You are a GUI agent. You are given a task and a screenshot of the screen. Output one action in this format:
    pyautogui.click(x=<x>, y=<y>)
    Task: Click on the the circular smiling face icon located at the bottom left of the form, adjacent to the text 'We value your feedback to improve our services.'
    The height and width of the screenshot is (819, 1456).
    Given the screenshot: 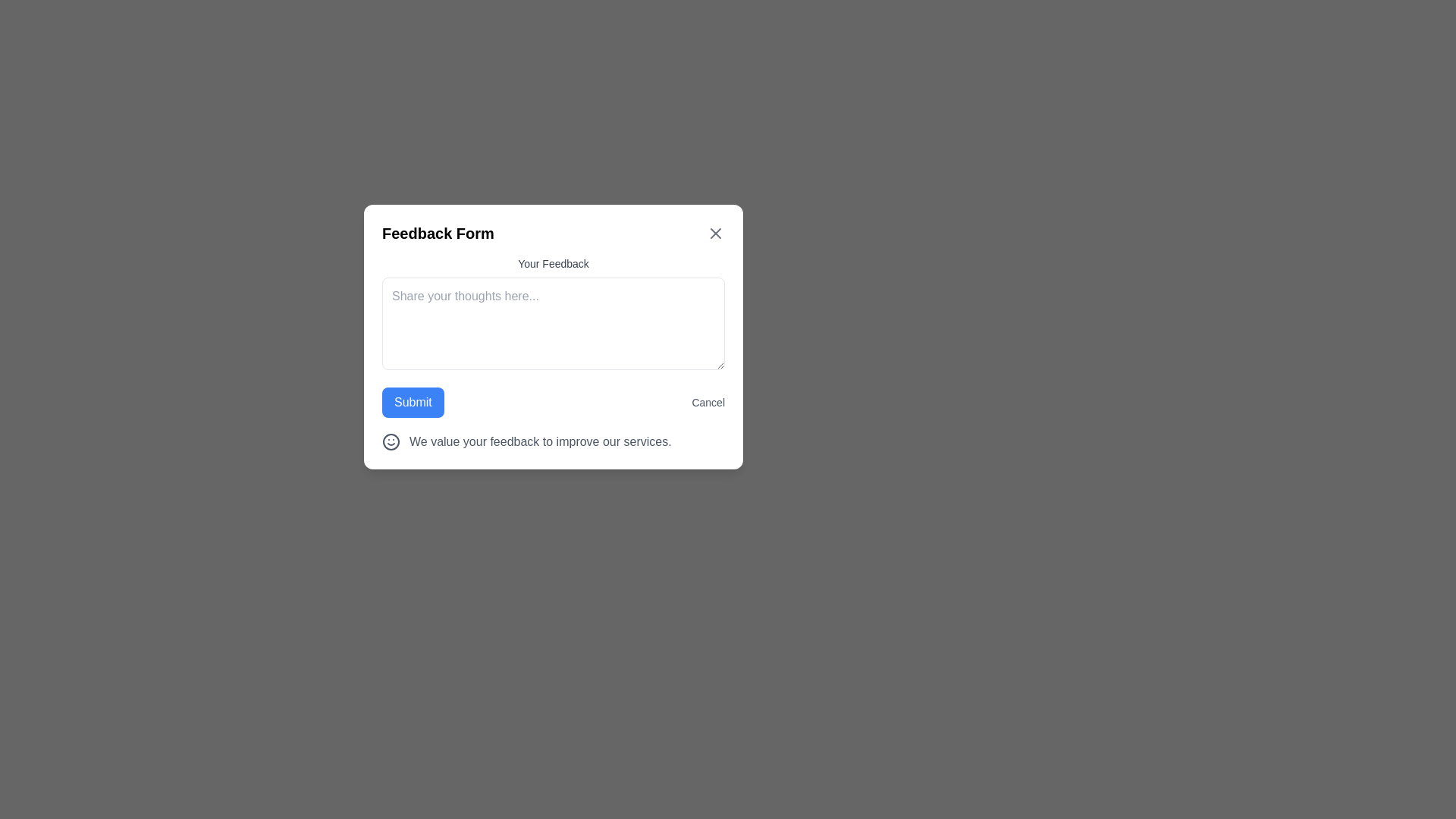 What is the action you would take?
    pyautogui.click(x=391, y=441)
    